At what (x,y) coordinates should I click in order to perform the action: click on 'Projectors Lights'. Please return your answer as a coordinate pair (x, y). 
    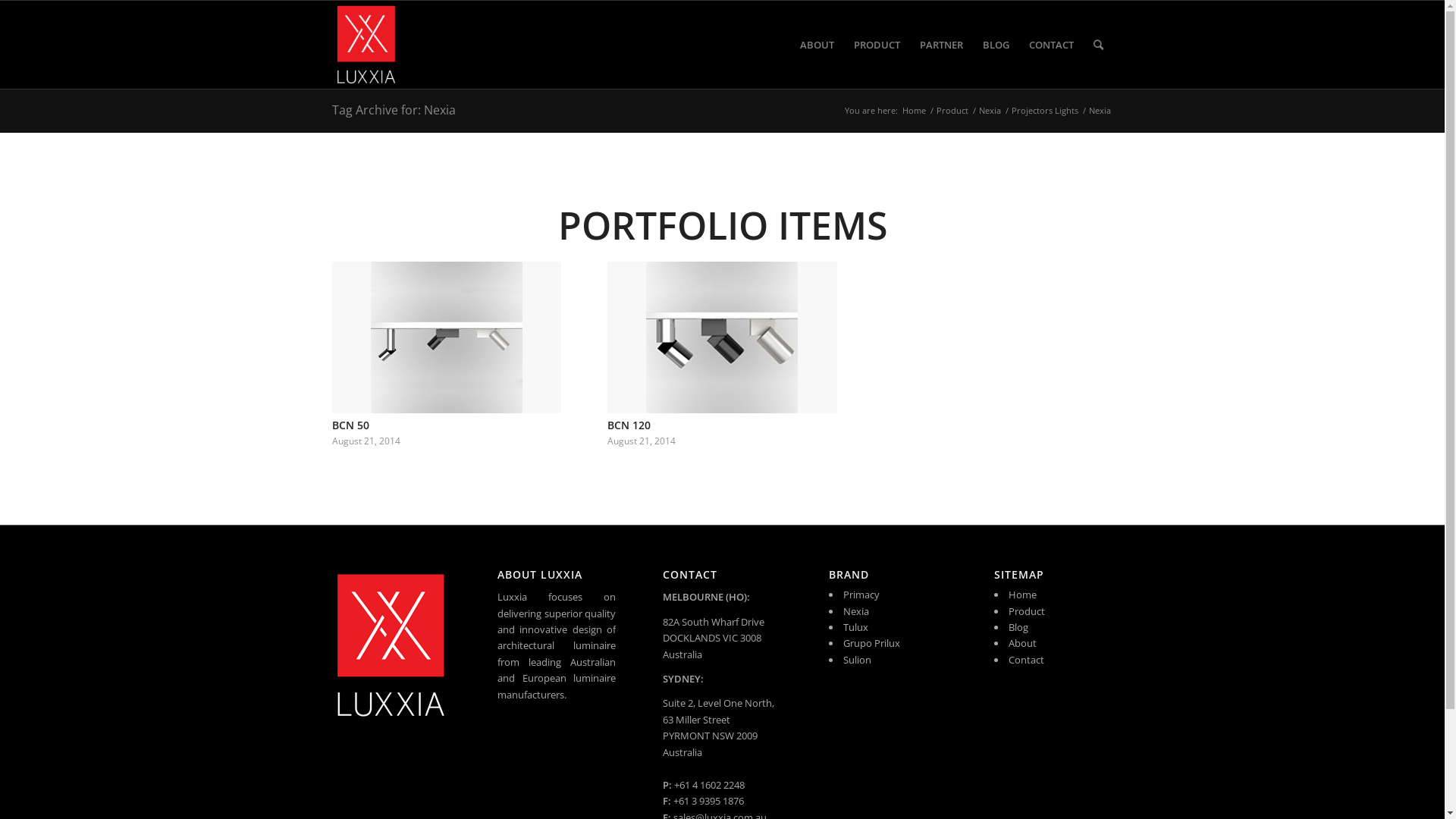
    Looking at the image, I should click on (1008, 109).